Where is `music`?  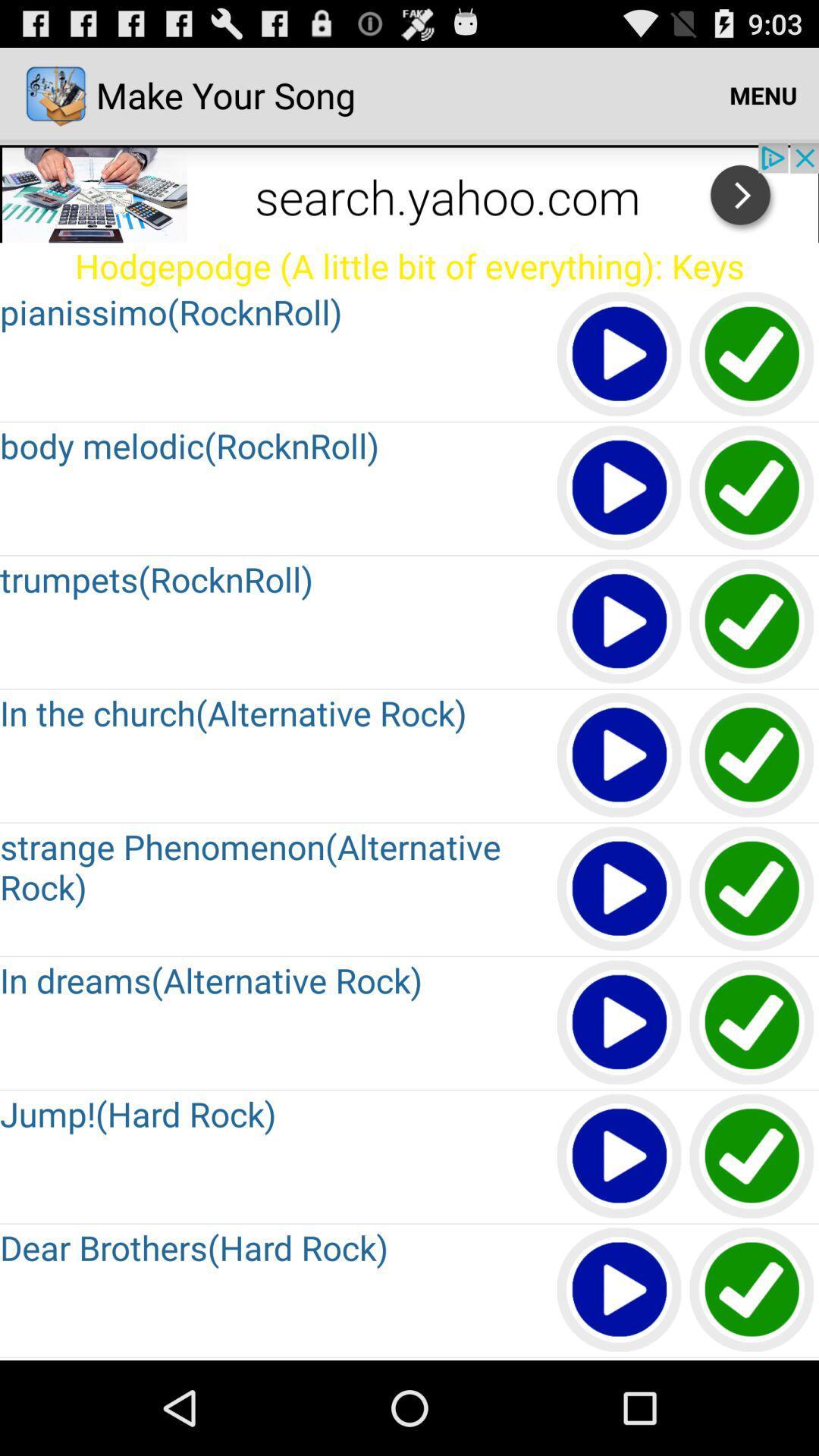 music is located at coordinates (620, 1156).